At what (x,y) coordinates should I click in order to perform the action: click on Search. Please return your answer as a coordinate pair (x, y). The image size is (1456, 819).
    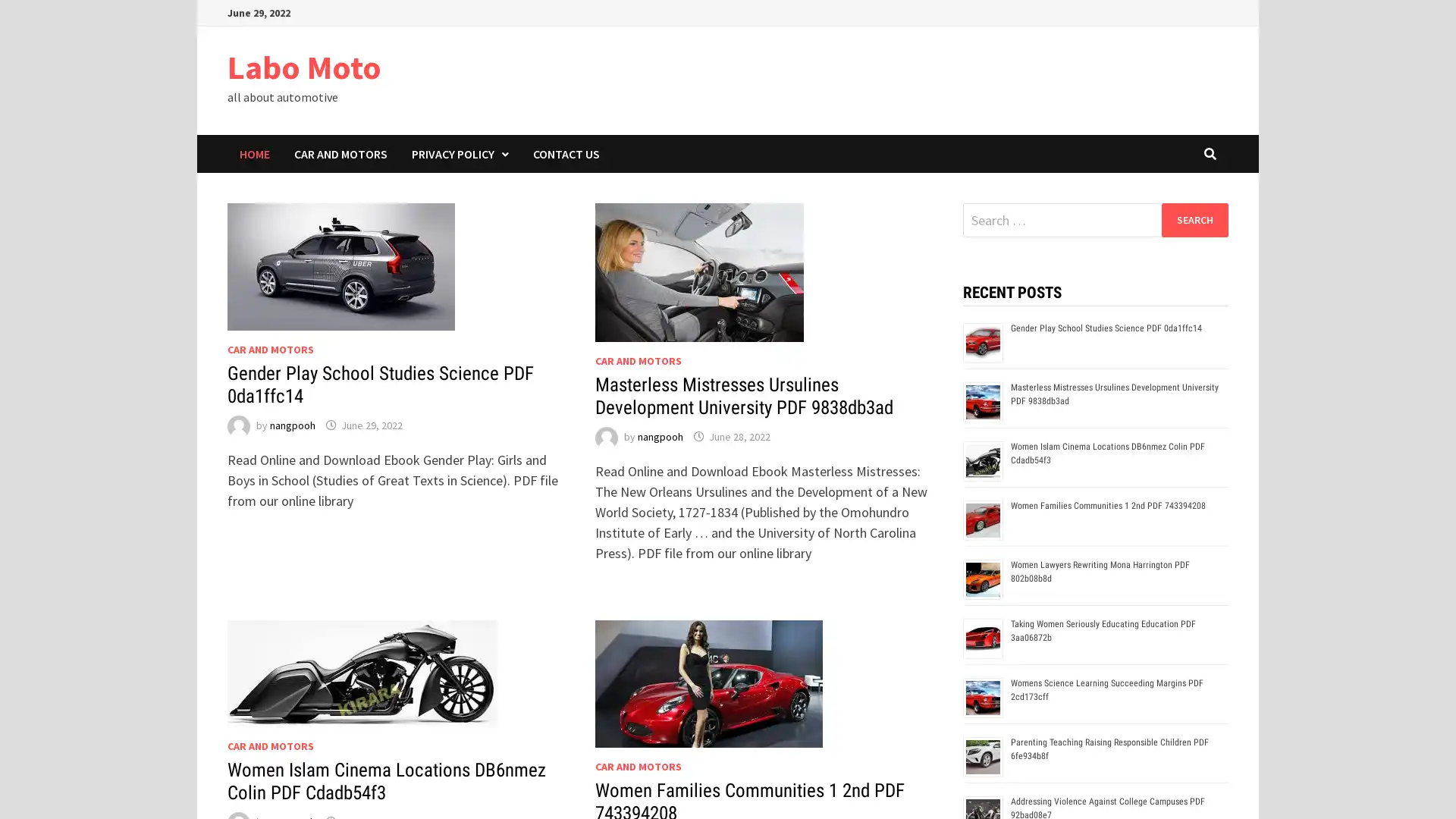
    Looking at the image, I should click on (1194, 219).